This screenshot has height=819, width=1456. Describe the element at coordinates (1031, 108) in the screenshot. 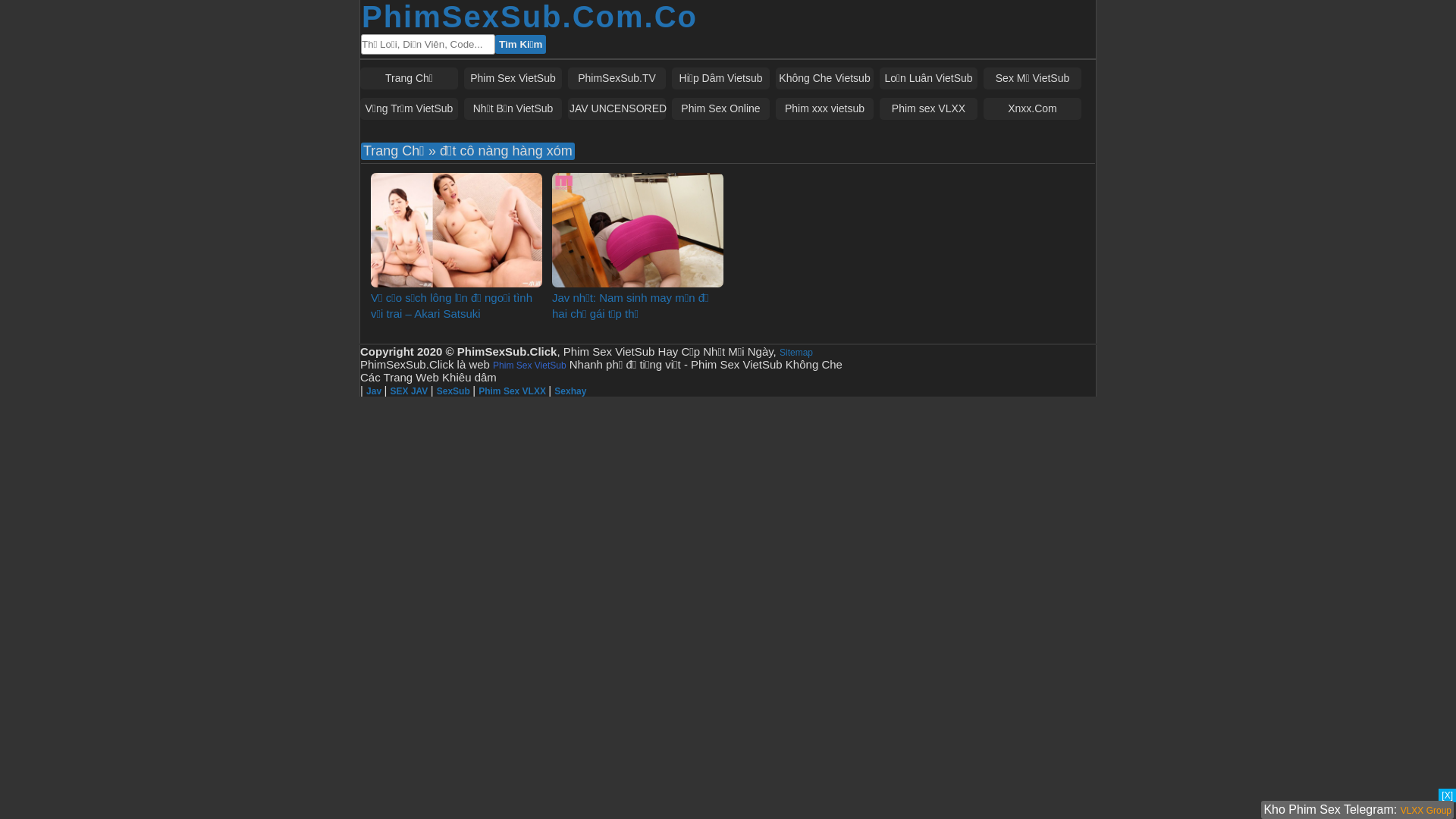

I see `'Xnxx.Com'` at that location.